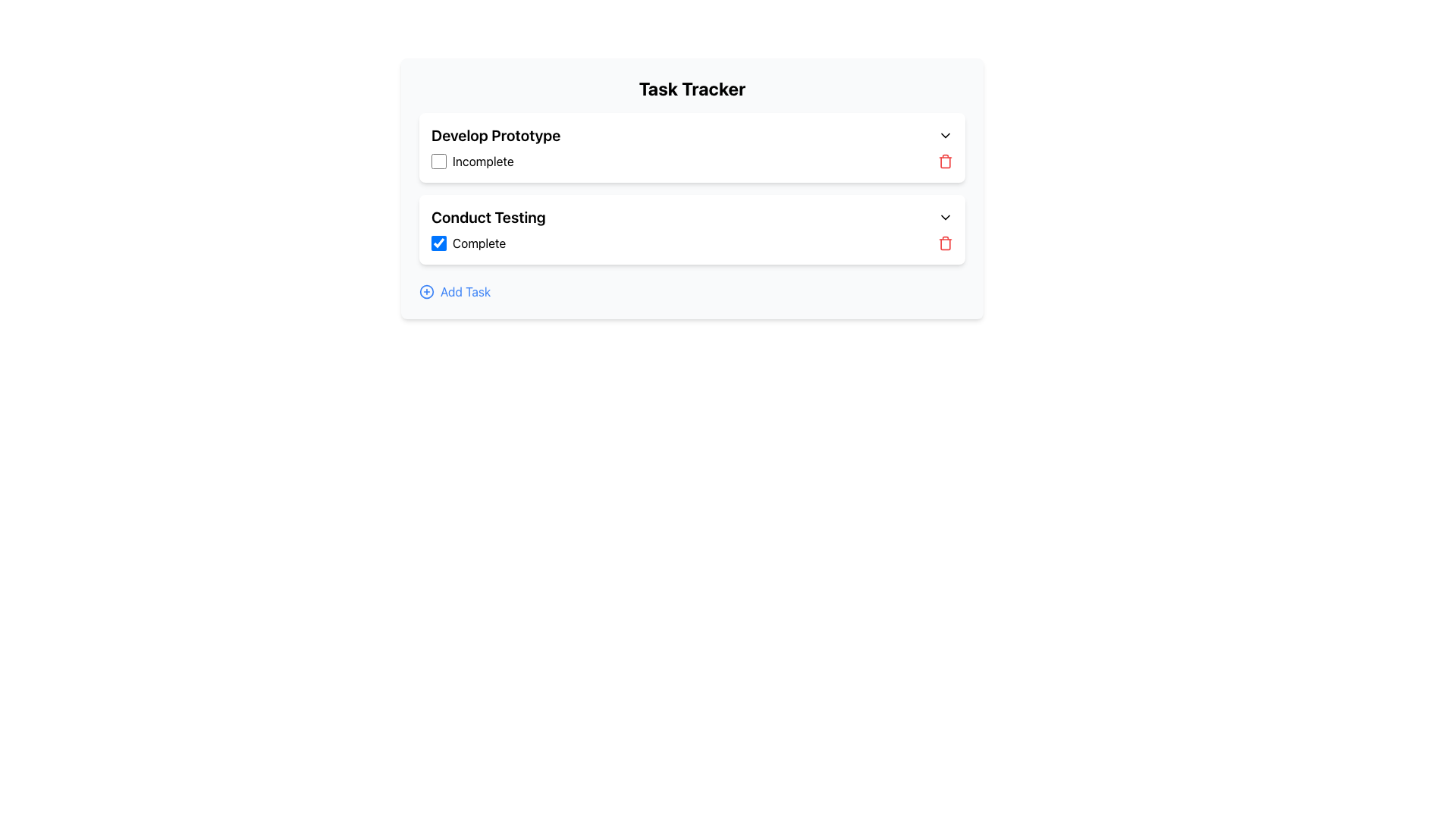  I want to click on the icon located to the left of the 'Add Task' text at the bottom of the visible content, so click(425, 292).